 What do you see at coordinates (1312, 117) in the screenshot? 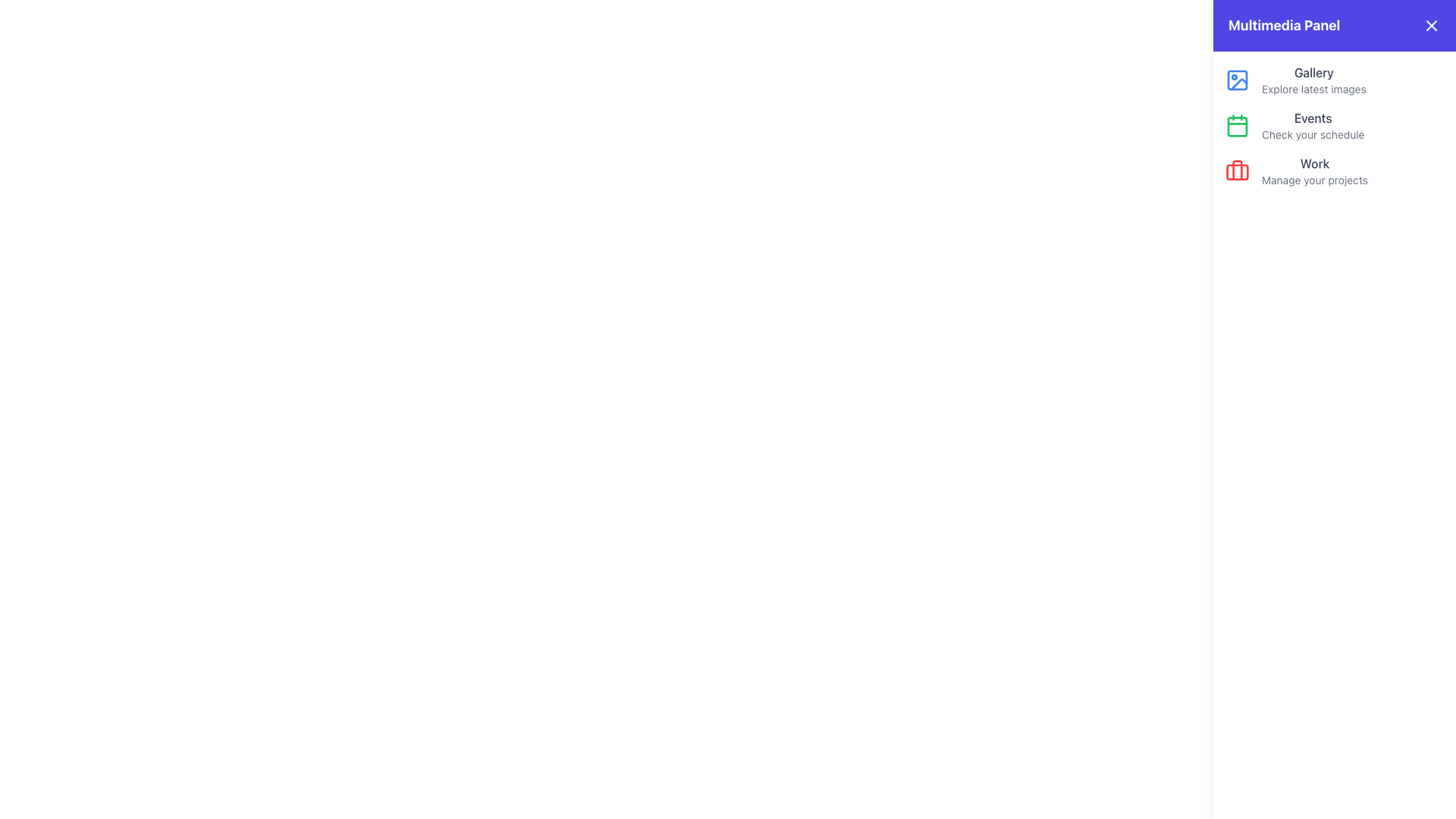
I see `the 'Events' text label located in the sidebar, which is styled as a section heading and is positioned between the 'Gallery' section and the 'Check your schedule' description` at bounding box center [1312, 117].